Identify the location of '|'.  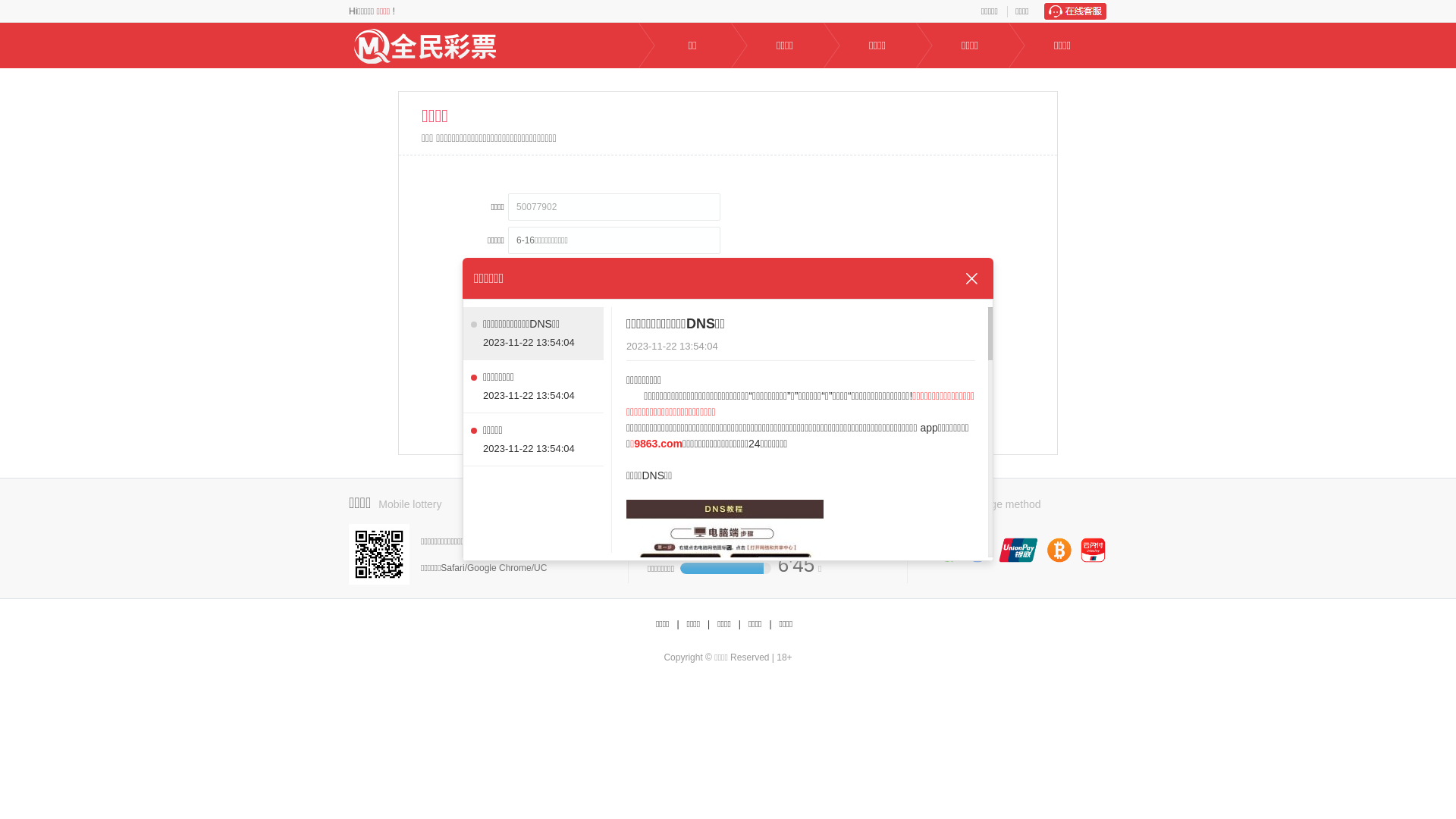
(768, 624).